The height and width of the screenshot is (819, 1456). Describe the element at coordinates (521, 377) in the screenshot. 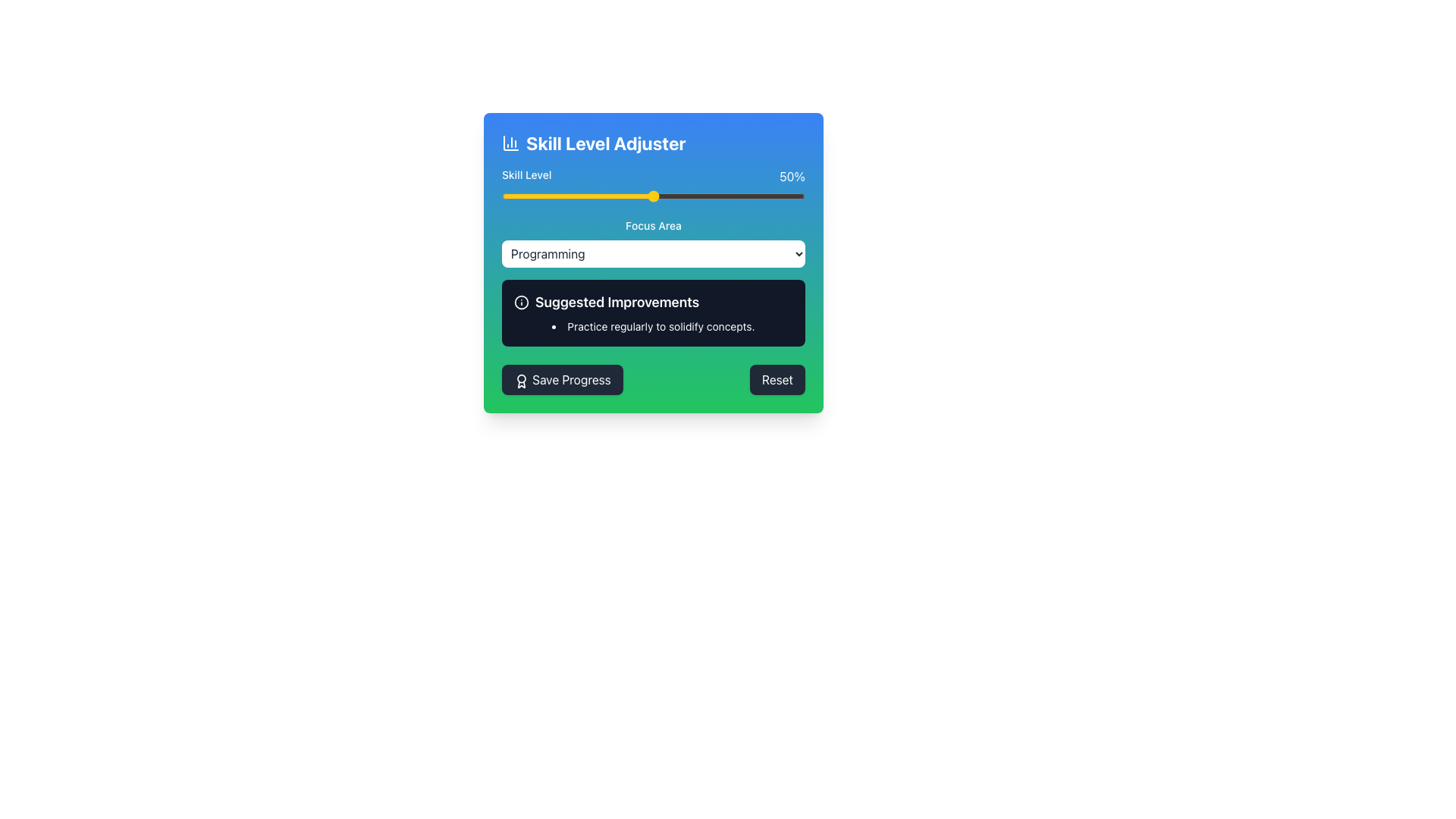

I see `the Decorative Circle in the SVG icon, which is located near the top-left area of the interface adjacent to the text 'Skill Level Adjuster'` at that location.